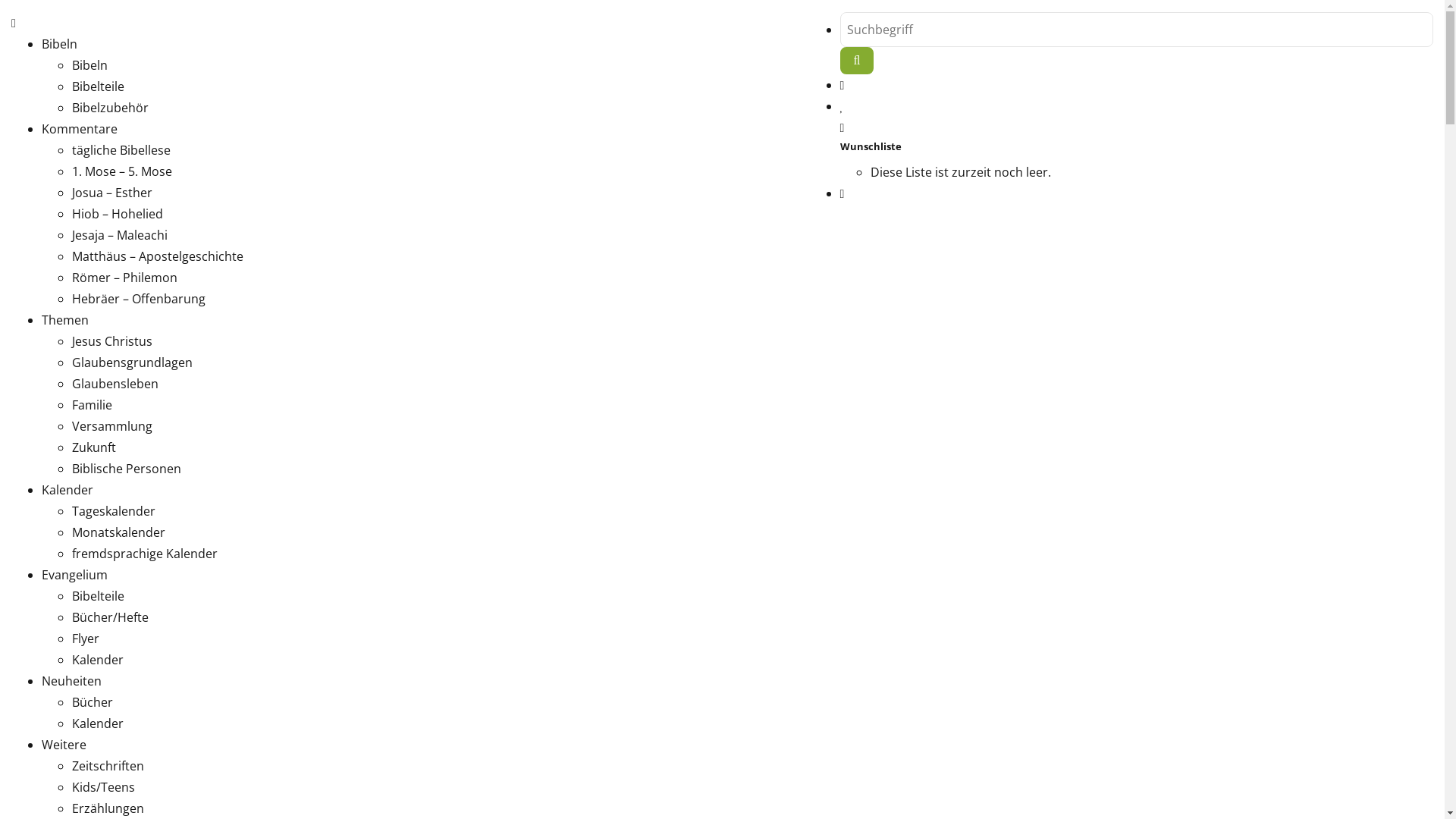 Image resolution: width=1456 pixels, height=819 pixels. Describe the element at coordinates (89, 64) in the screenshot. I see `'Bibeln'` at that location.